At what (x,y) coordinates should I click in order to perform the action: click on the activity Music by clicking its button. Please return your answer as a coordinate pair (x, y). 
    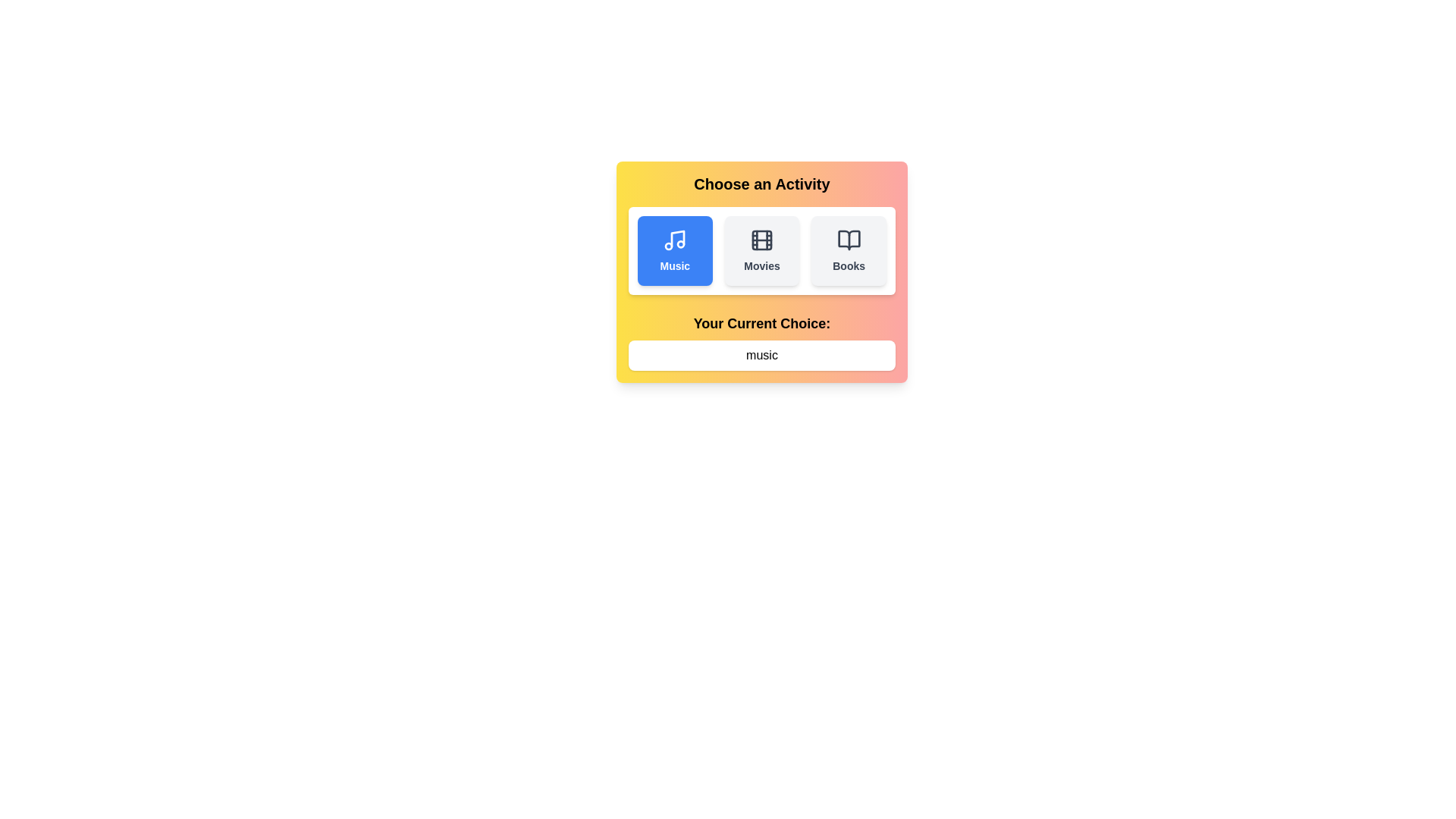
    Looking at the image, I should click on (673, 250).